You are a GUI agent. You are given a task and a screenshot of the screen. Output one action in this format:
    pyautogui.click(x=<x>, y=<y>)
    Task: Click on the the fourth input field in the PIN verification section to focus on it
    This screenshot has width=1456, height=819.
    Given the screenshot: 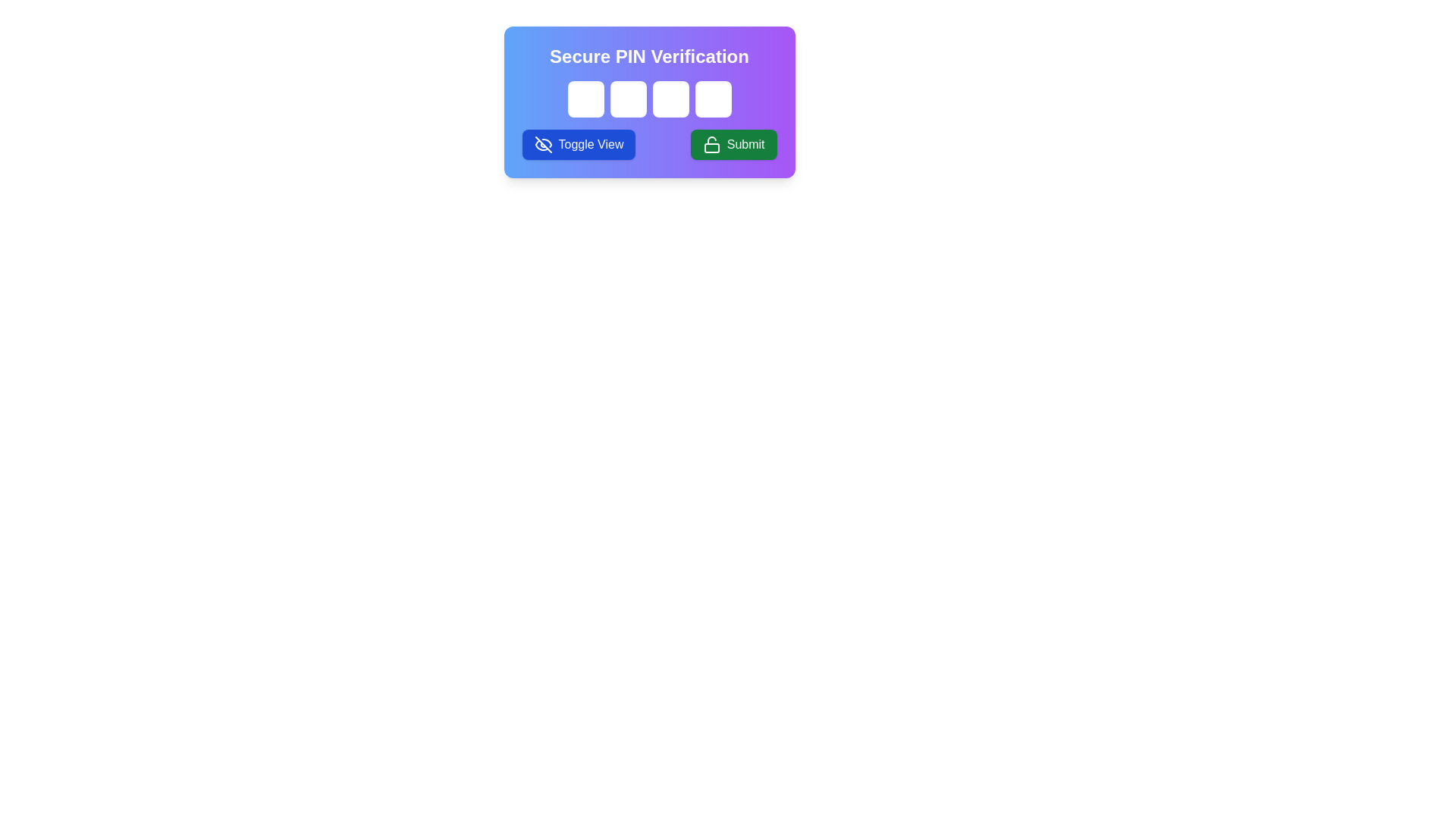 What is the action you would take?
    pyautogui.click(x=712, y=99)
    